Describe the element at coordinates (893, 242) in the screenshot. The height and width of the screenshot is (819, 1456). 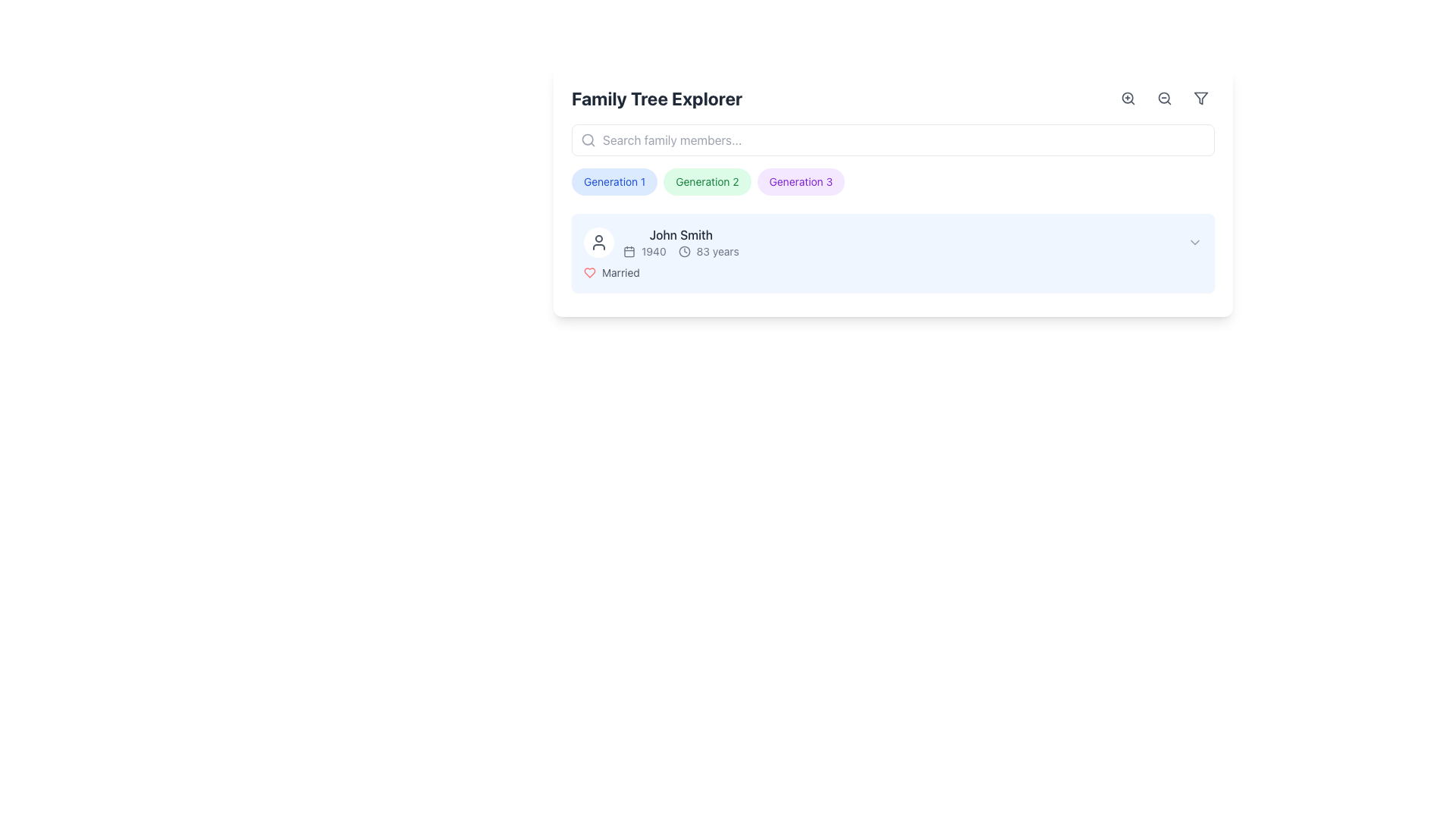
I see `icons for additional details in the Information display row that contains the name 'John Smith', year '1940', and age '83 years'` at that location.